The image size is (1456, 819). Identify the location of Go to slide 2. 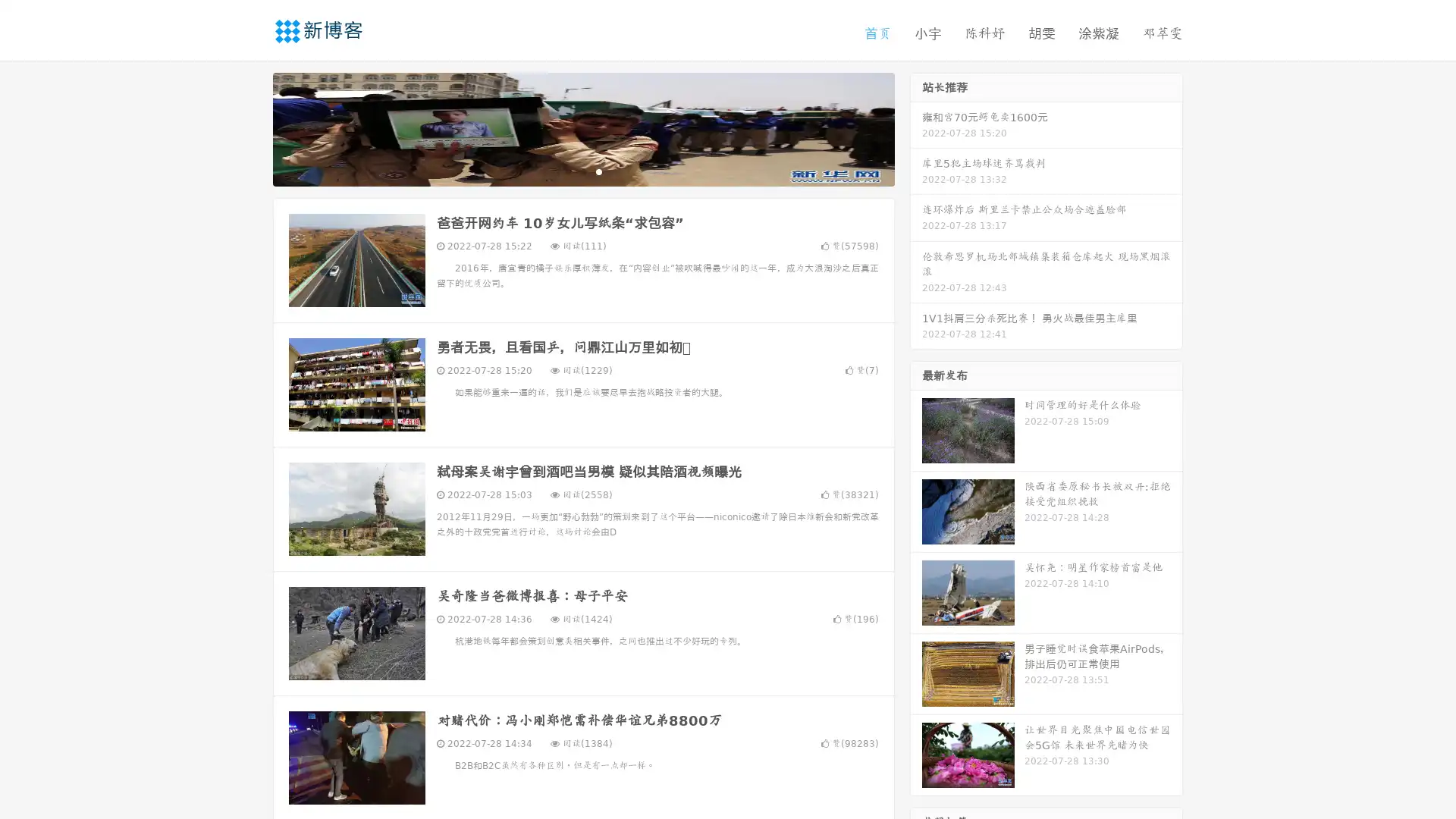
(582, 171).